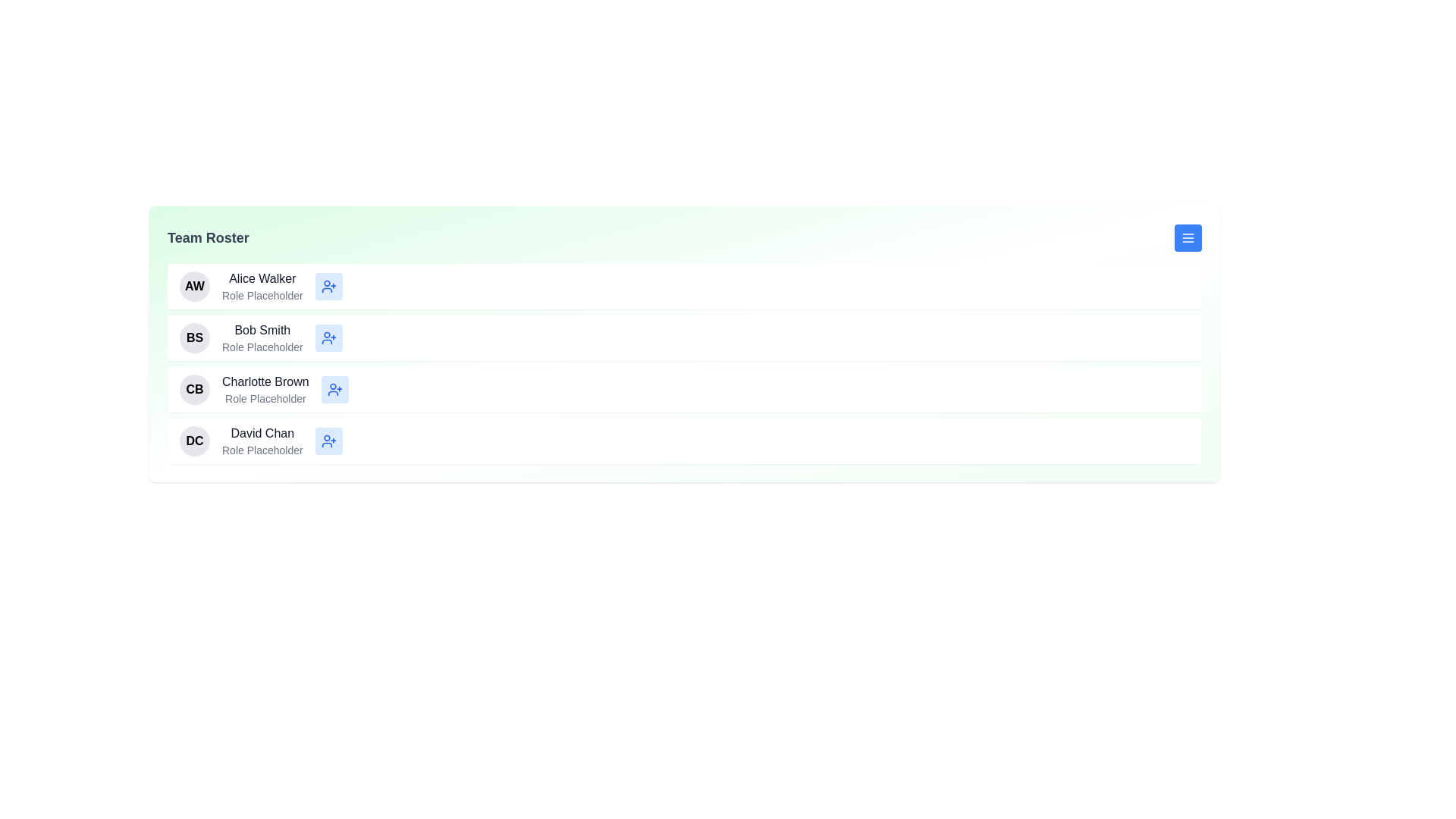 This screenshot has height=819, width=1456. Describe the element at coordinates (334, 388) in the screenshot. I see `the icon associated with the 'Charlotte Brown' list item` at that location.